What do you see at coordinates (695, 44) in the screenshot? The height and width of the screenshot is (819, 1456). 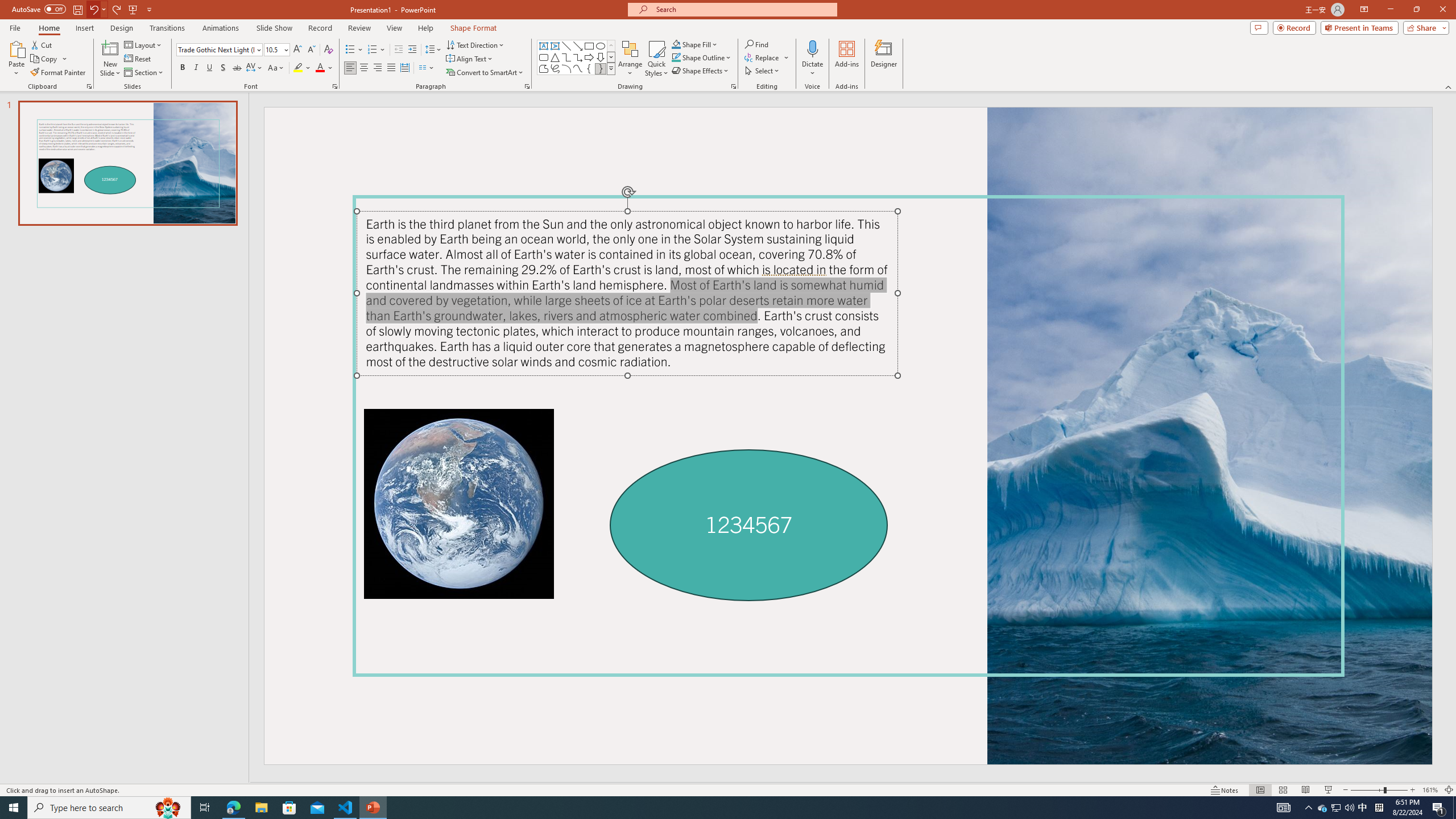 I see `'Shape Fill'` at bounding box center [695, 44].